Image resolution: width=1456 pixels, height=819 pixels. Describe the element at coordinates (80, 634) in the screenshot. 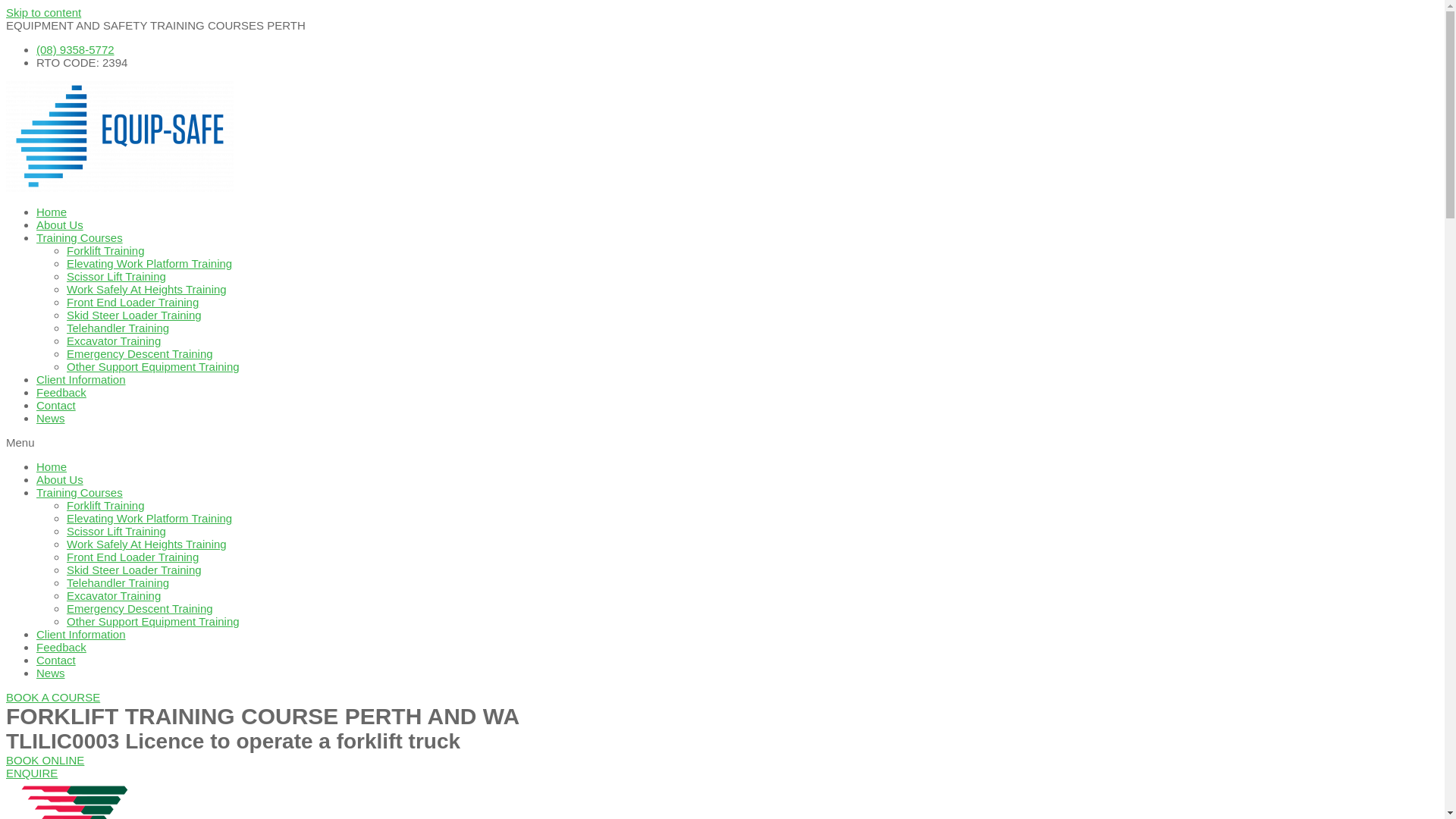

I see `'Client Information'` at that location.